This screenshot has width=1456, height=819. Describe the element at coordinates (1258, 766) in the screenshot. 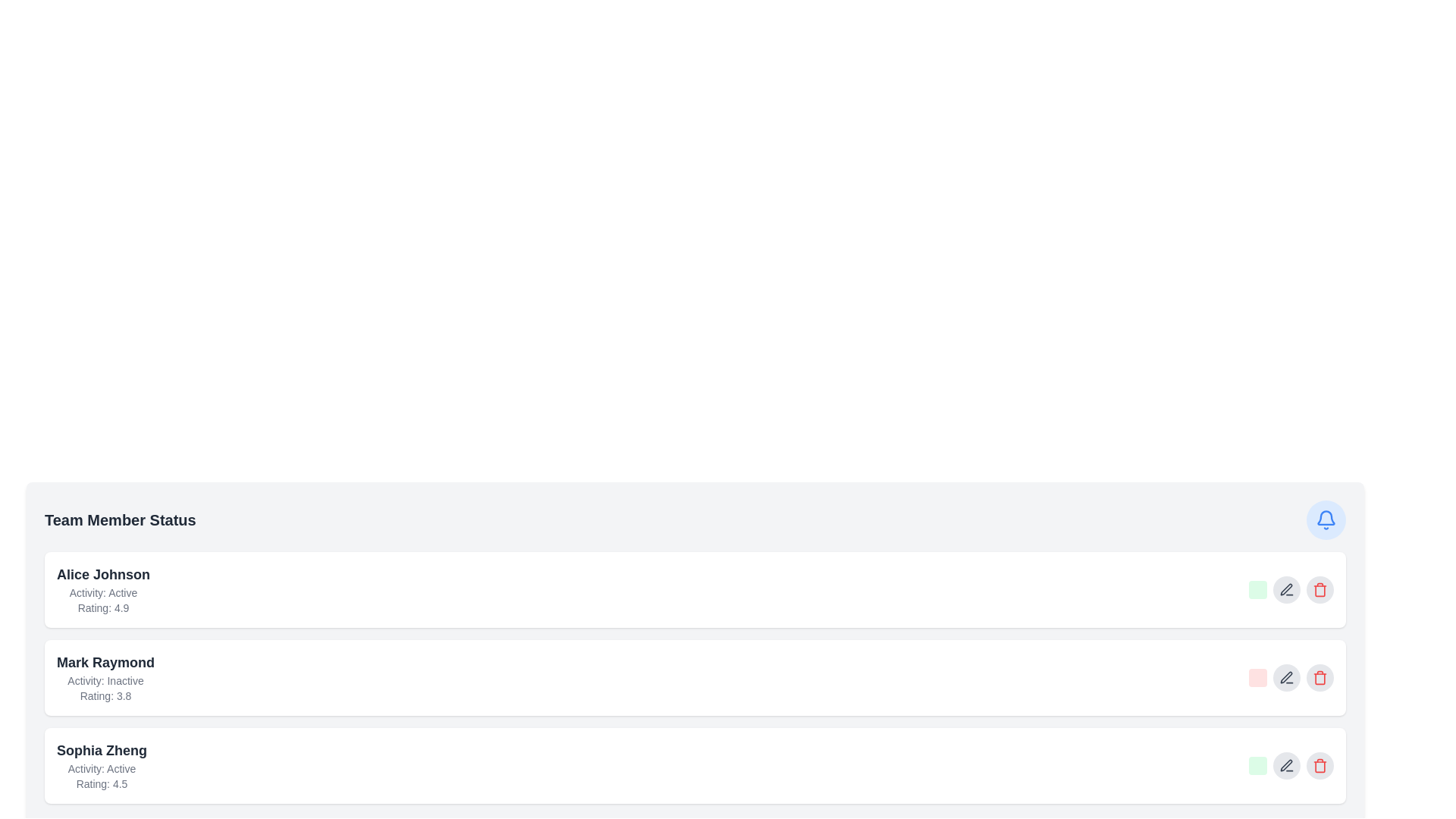

I see `the 'Active' badge associated with team member 'Sophia Zheng' to interact with it` at that location.